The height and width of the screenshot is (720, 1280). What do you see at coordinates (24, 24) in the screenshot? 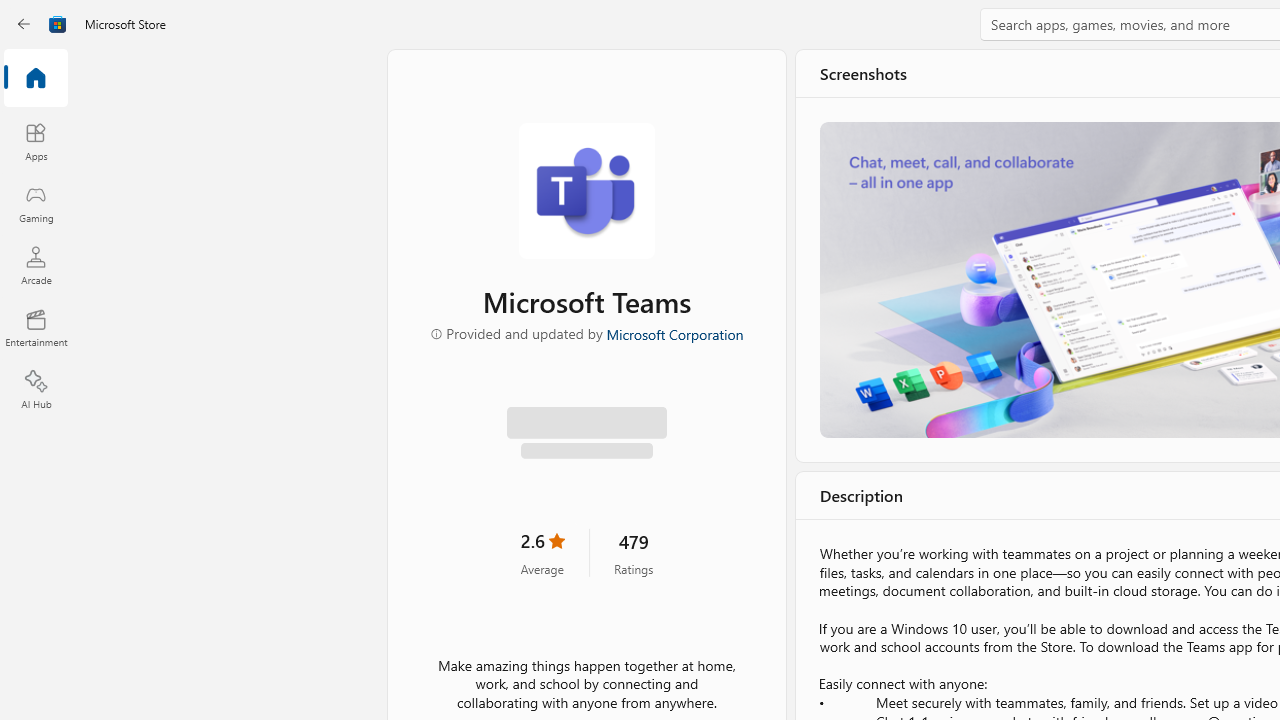
I see `'Back'` at bounding box center [24, 24].